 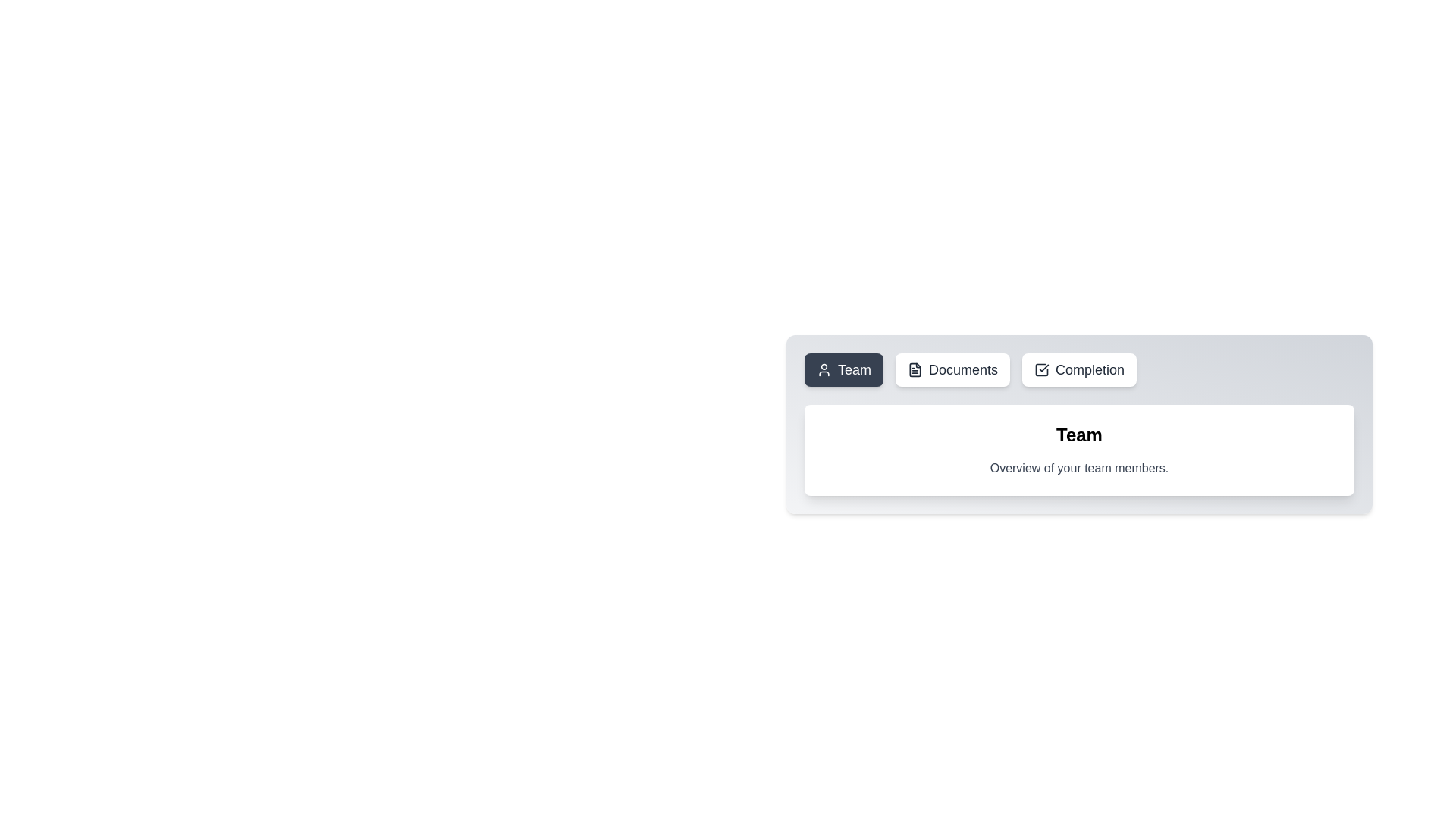 I want to click on the 'Team' button, which is the first button in a row of three buttons labeled 'Team', 'Documents', and 'Completion', so click(x=843, y=370).